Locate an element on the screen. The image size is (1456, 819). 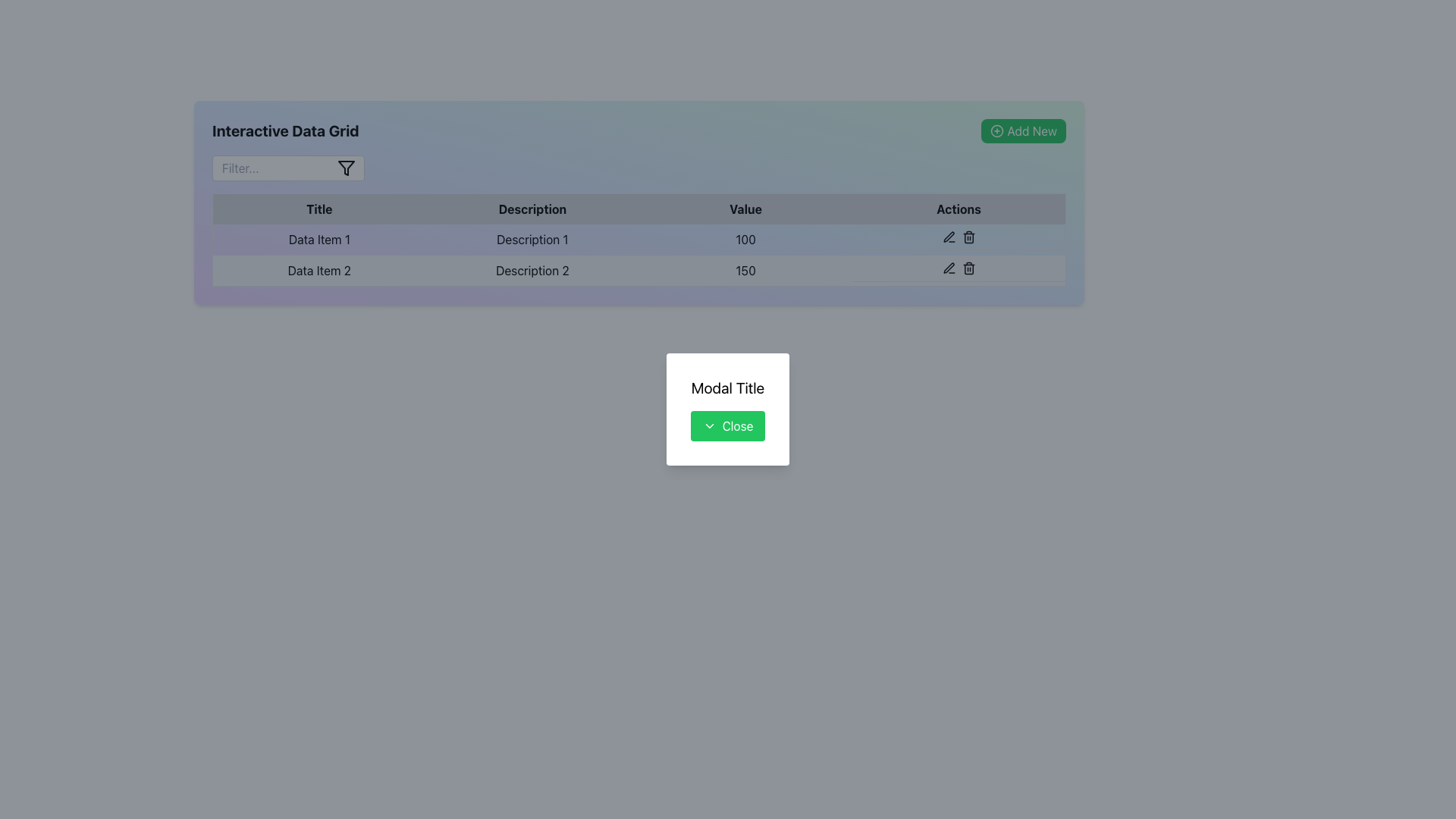
the text label displaying 'Description', which is located in the second column of a header row within a grid, positioned between the labels 'Title' and 'Value' is located at coordinates (532, 209).